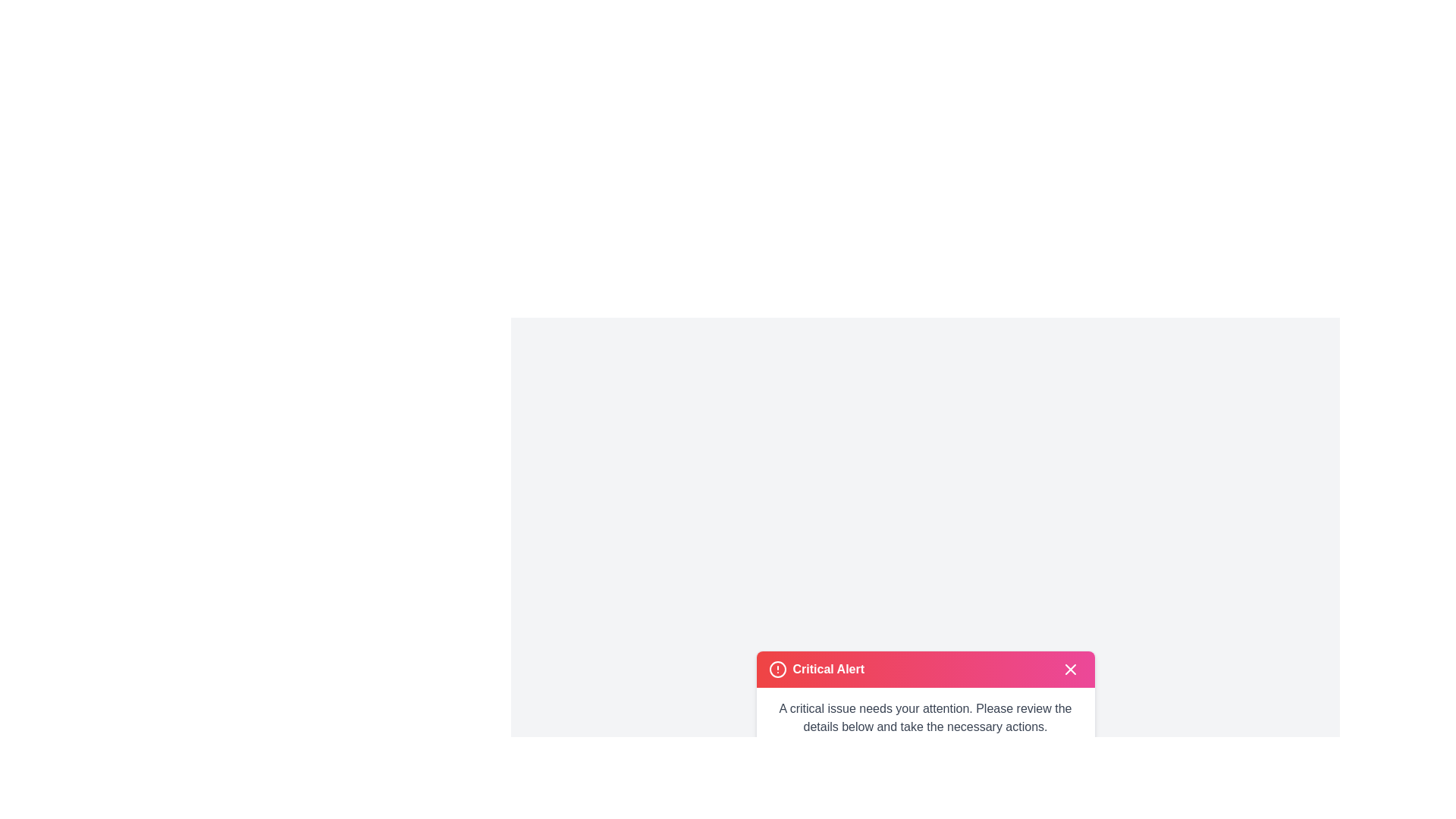  Describe the element at coordinates (1069, 668) in the screenshot. I see `the close icon located in the top-right corner of the alert dialog with a red and pink gradient background that contains the text 'Critical Alert'` at that location.